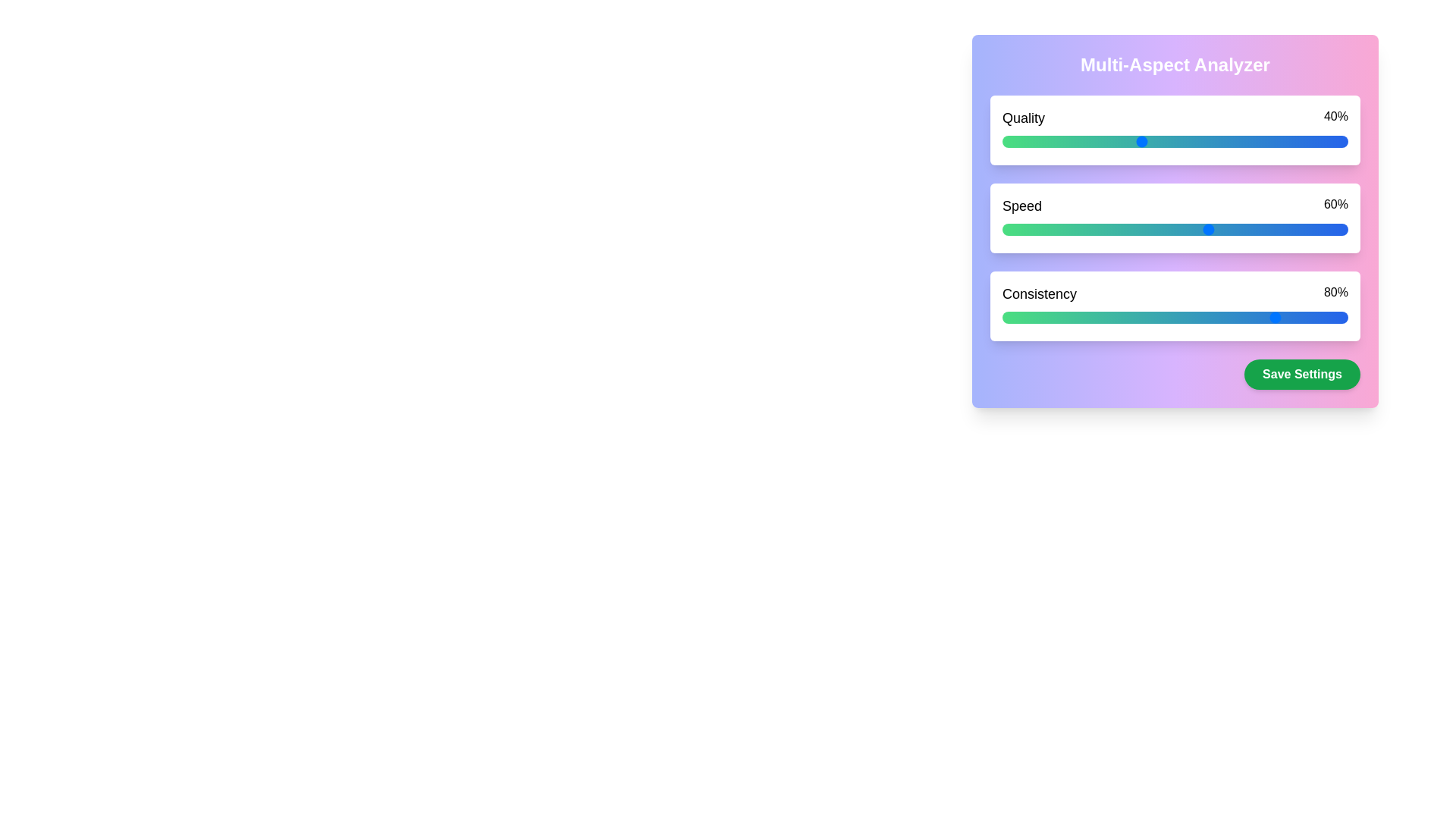  I want to click on the Text Label indicating the speed measurement within the 'Multi-Aspect Analyzer' interface, which is positioned under 'Quality' and above 'Consistency', so click(1022, 206).